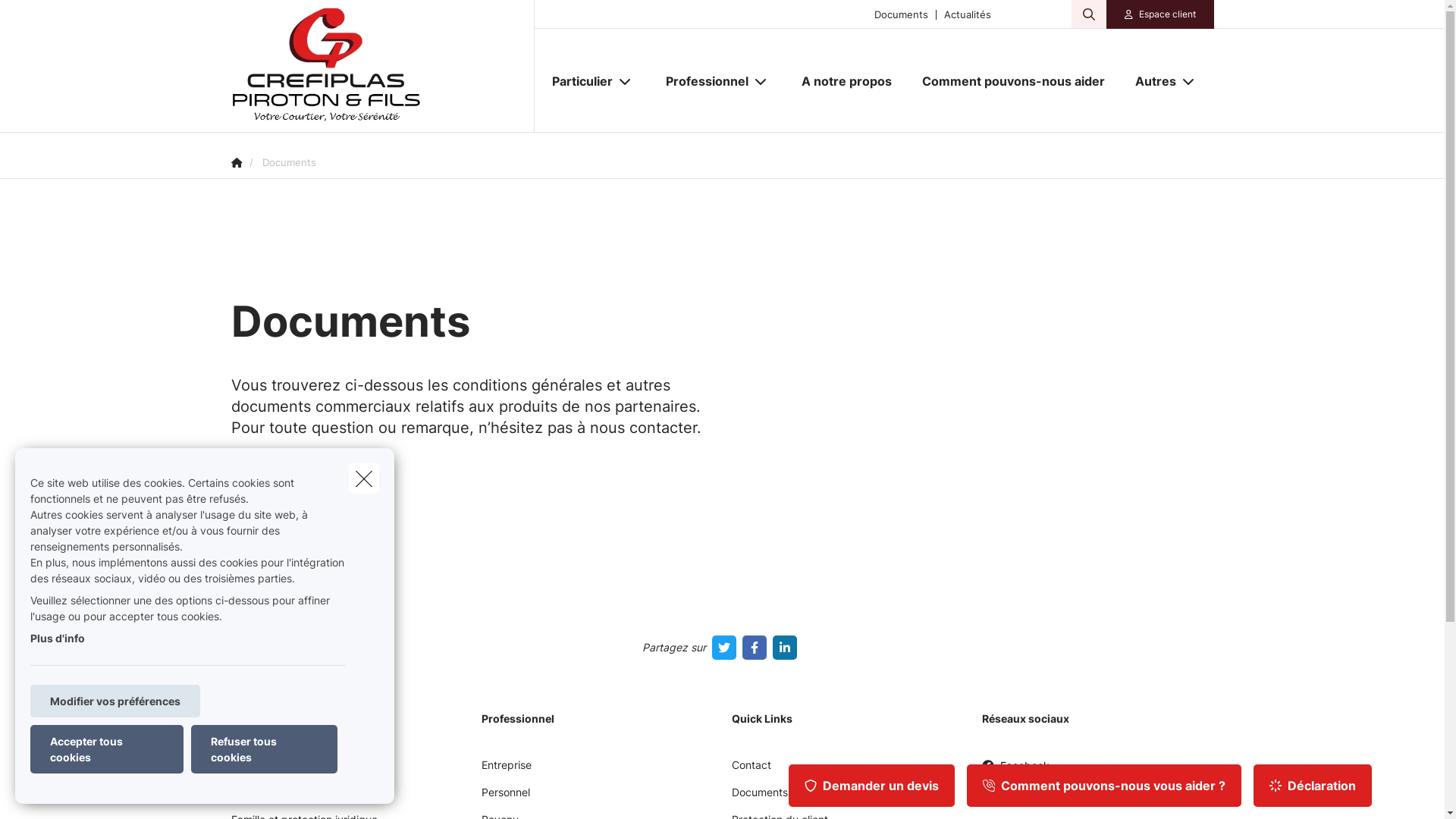 This screenshot has width=1456, height=819. Describe the element at coordinates (1159, 14) in the screenshot. I see `'Espace client'` at that location.